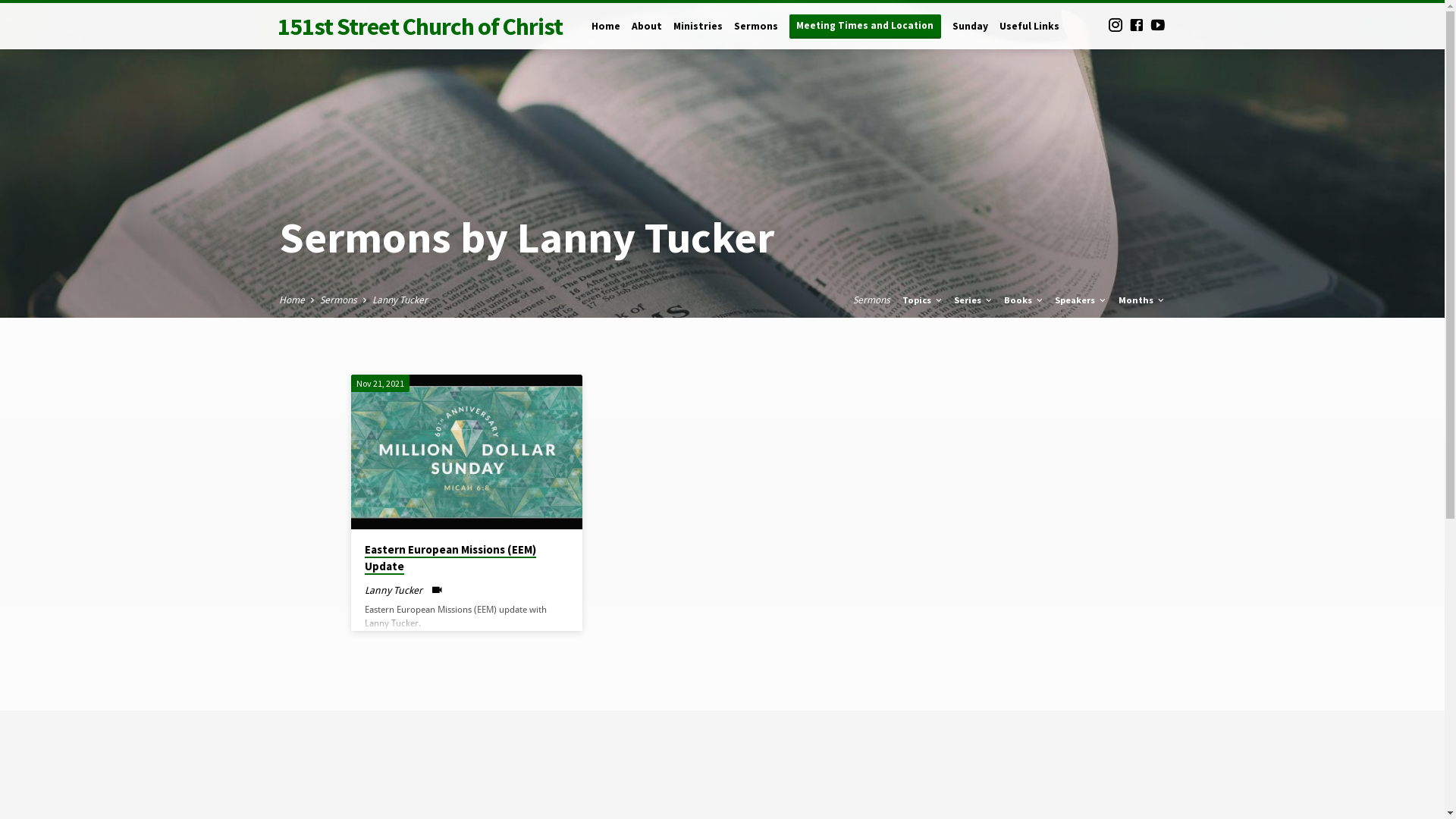 The width and height of the screenshot is (1456, 819). I want to click on 'Sermons', so click(756, 35).